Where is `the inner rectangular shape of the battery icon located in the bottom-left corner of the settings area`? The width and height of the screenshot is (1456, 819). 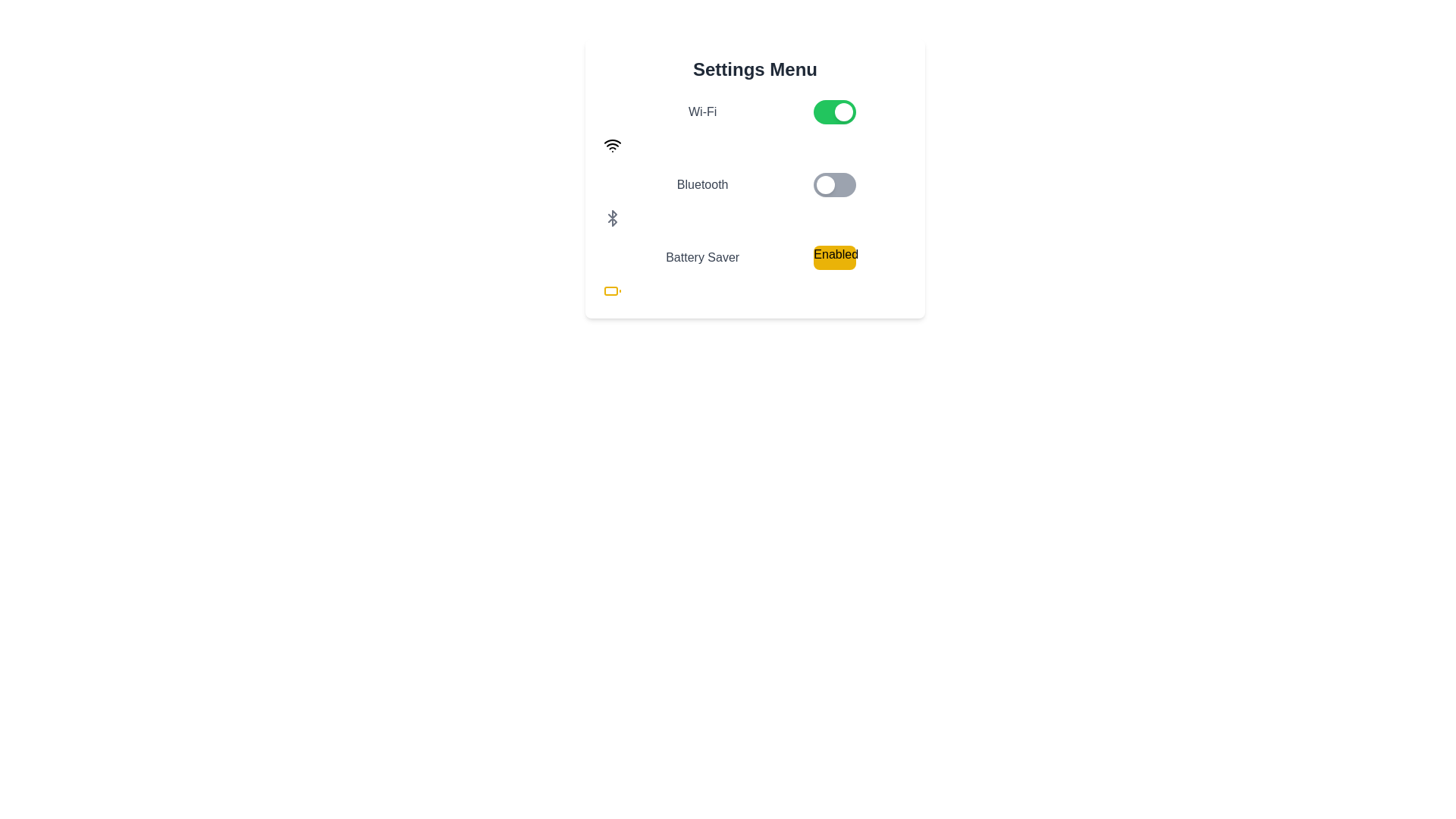
the inner rectangular shape of the battery icon located in the bottom-left corner of the settings area is located at coordinates (611, 291).